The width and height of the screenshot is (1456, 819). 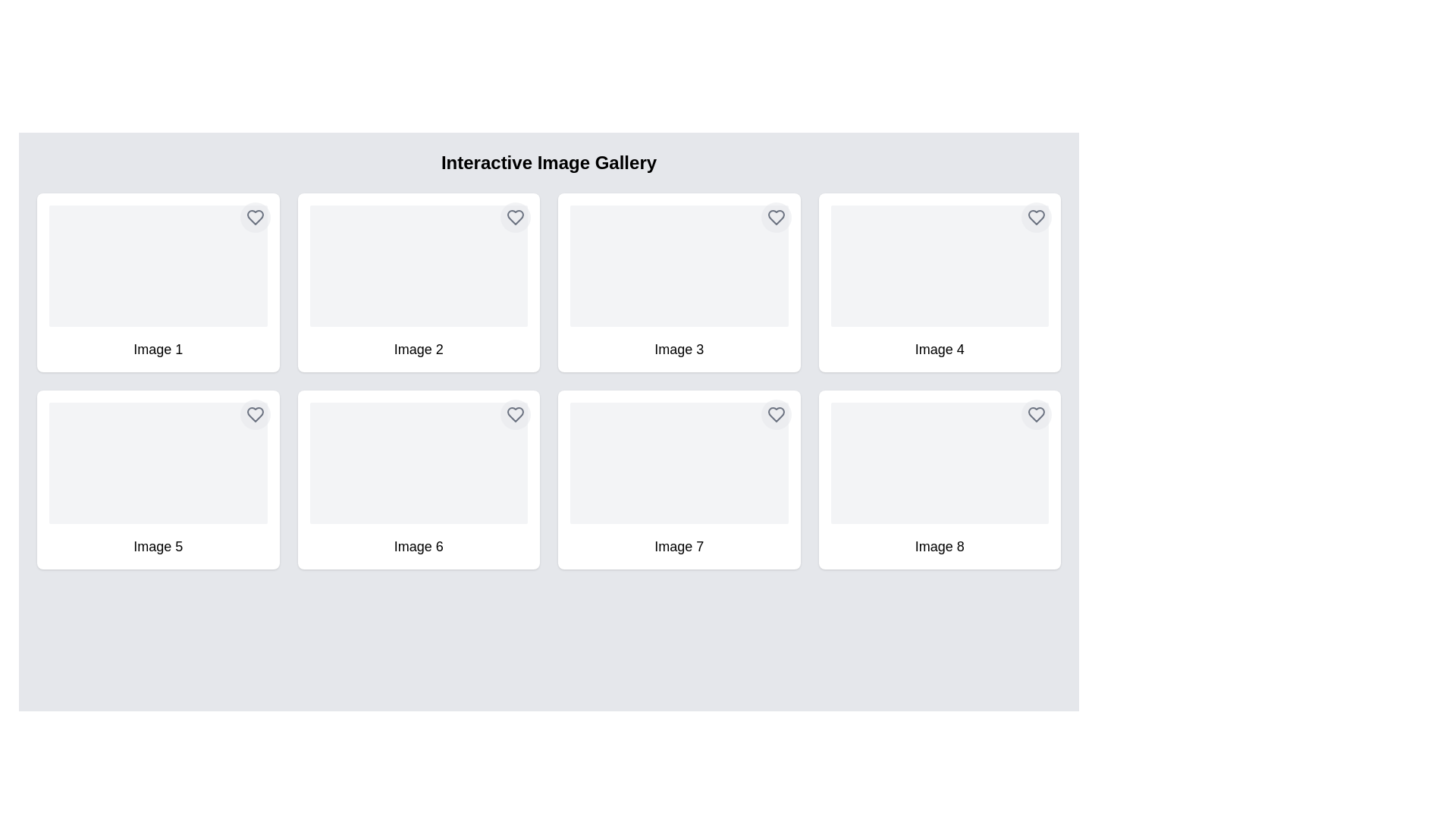 I want to click on the circular button with a heart-shaped icon located in the top-right corner of the 'Image 5' card, so click(x=255, y=415).